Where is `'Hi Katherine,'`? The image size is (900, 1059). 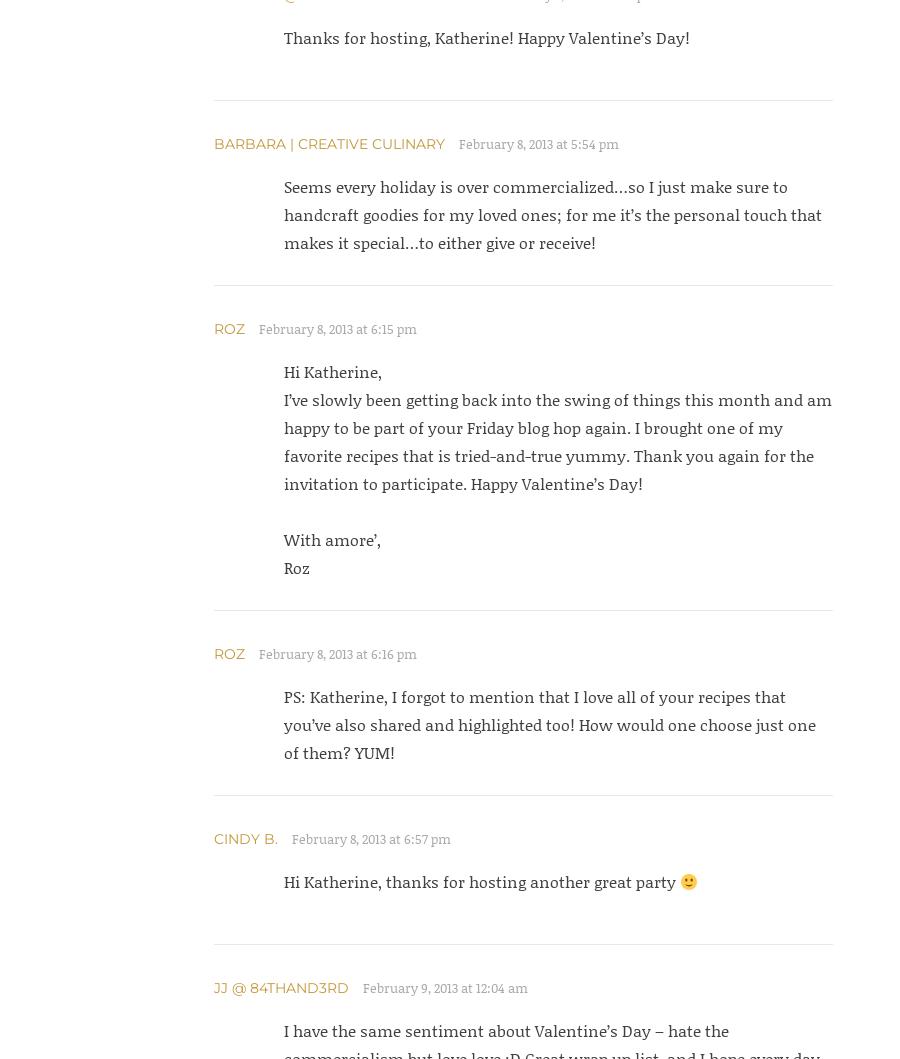 'Hi Katherine,' is located at coordinates (331, 370).